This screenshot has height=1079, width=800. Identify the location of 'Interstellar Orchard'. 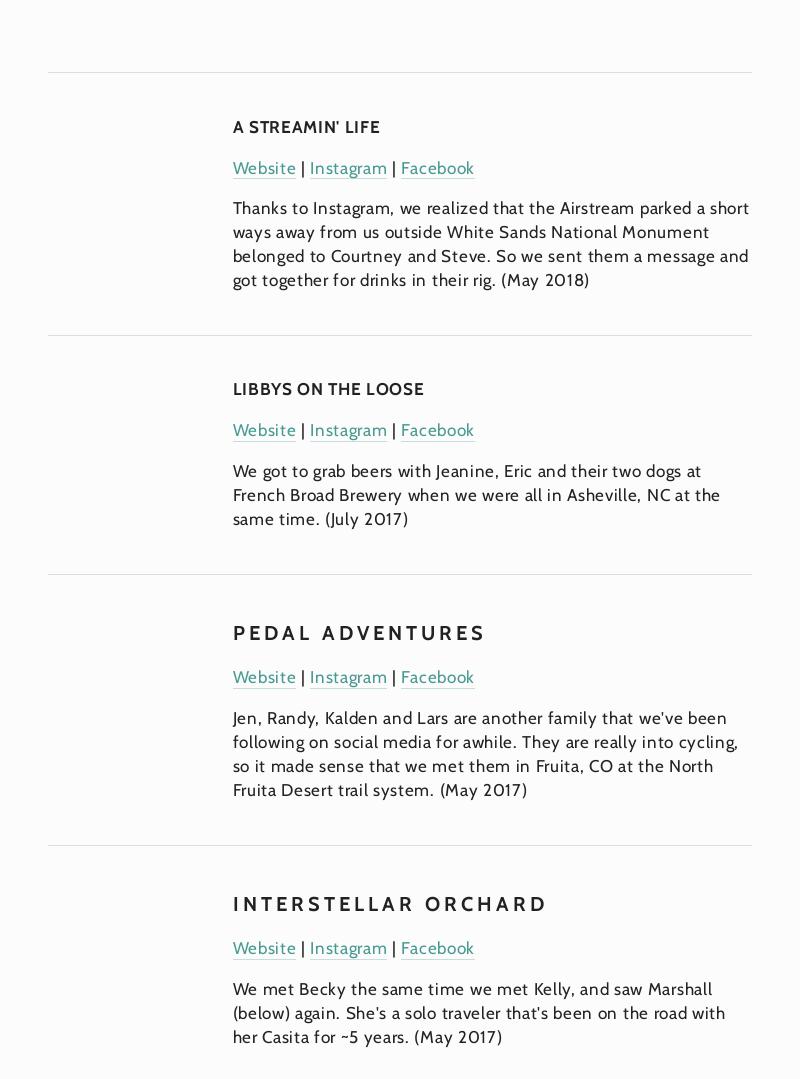
(388, 902).